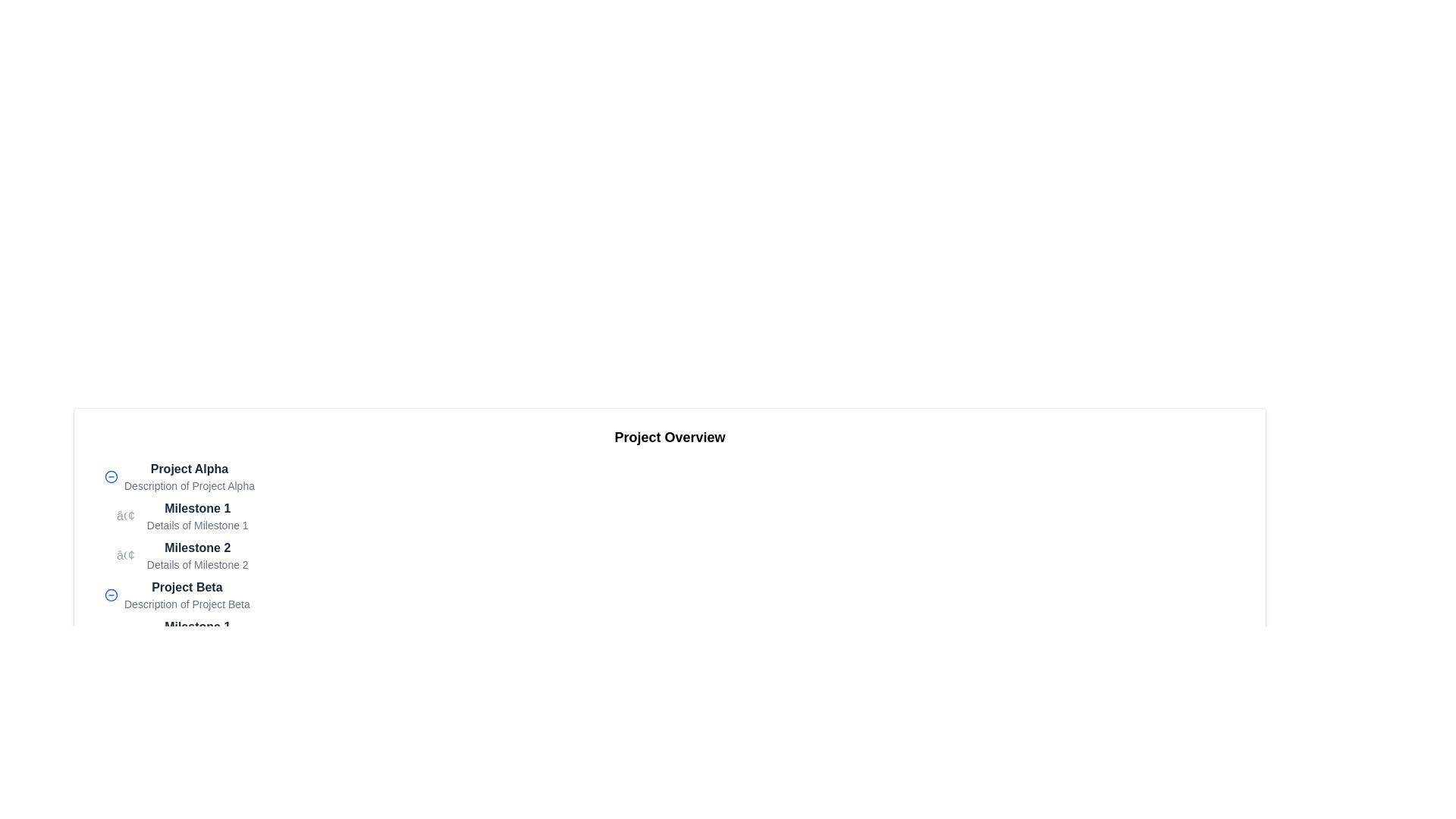  I want to click on text label for the second milestone under 'Project Alpha', which serves as a concise identifier for users to recognize the milestone in the list, so click(196, 548).